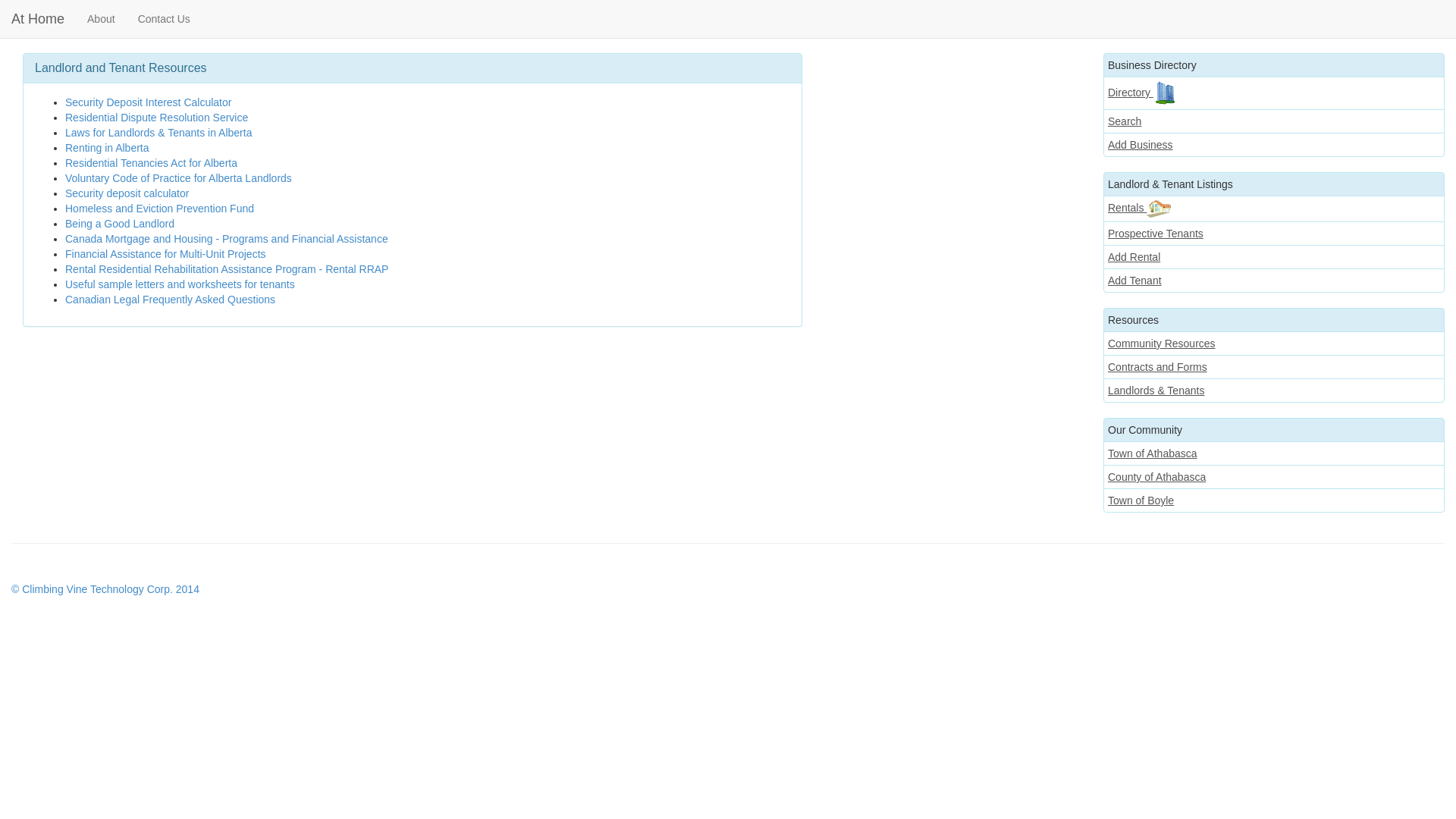 The width and height of the screenshot is (1456, 819). What do you see at coordinates (178, 177) in the screenshot?
I see `'Voluntary Code of Practice for Alberta Landlords'` at bounding box center [178, 177].